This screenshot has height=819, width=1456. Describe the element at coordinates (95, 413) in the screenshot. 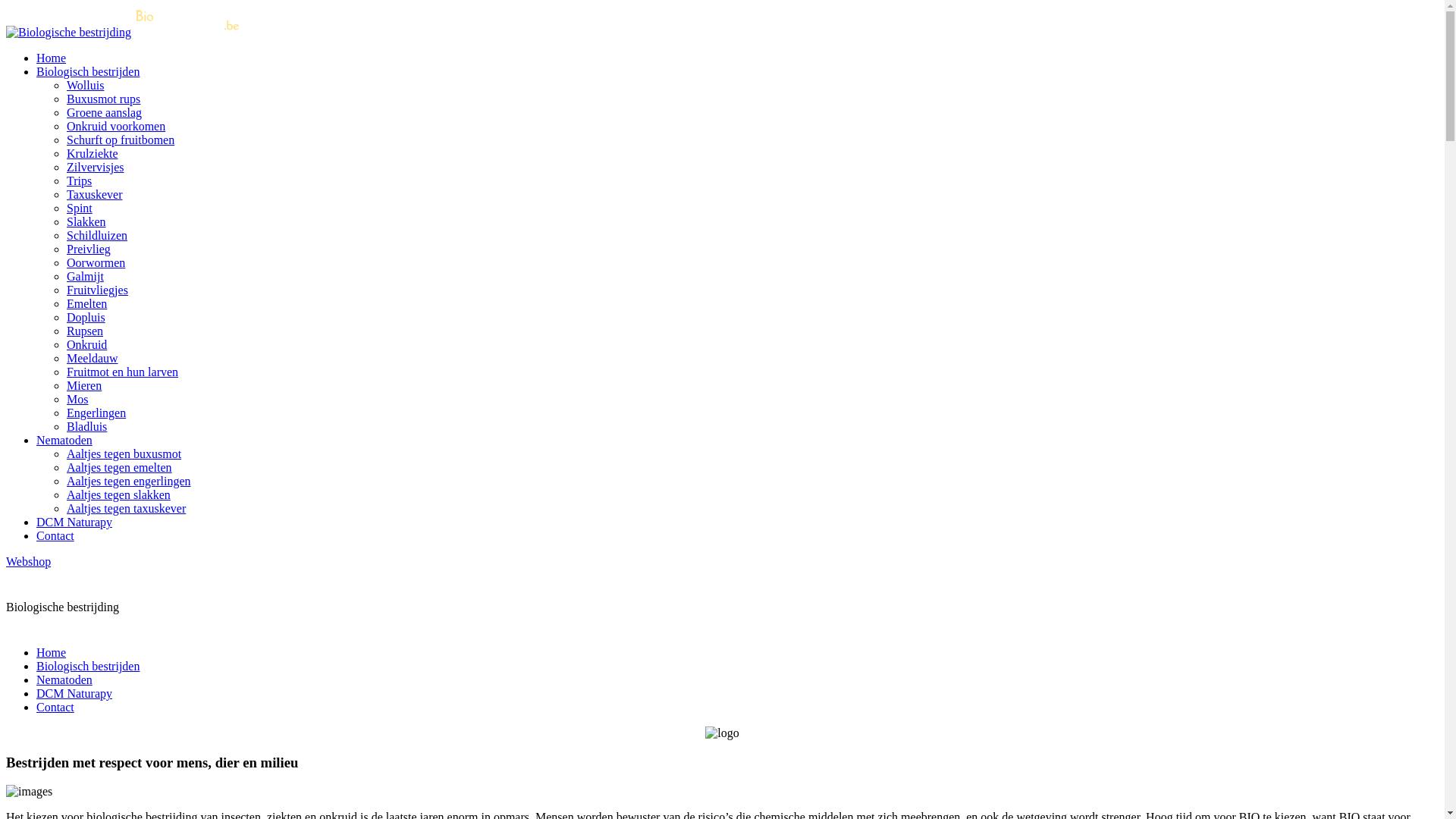

I see `'Engerlingen'` at that location.